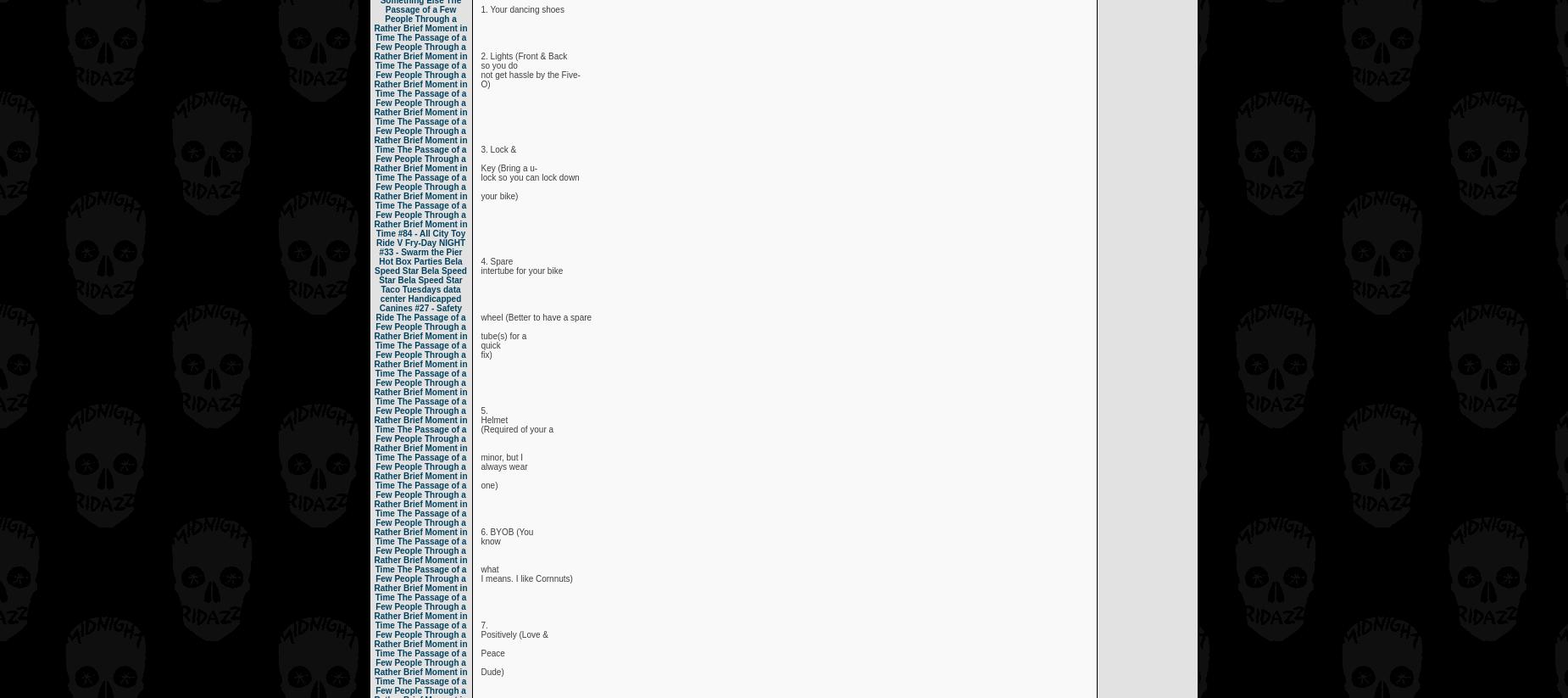  I want to click on 'lock so you can lock down', so click(481, 177).